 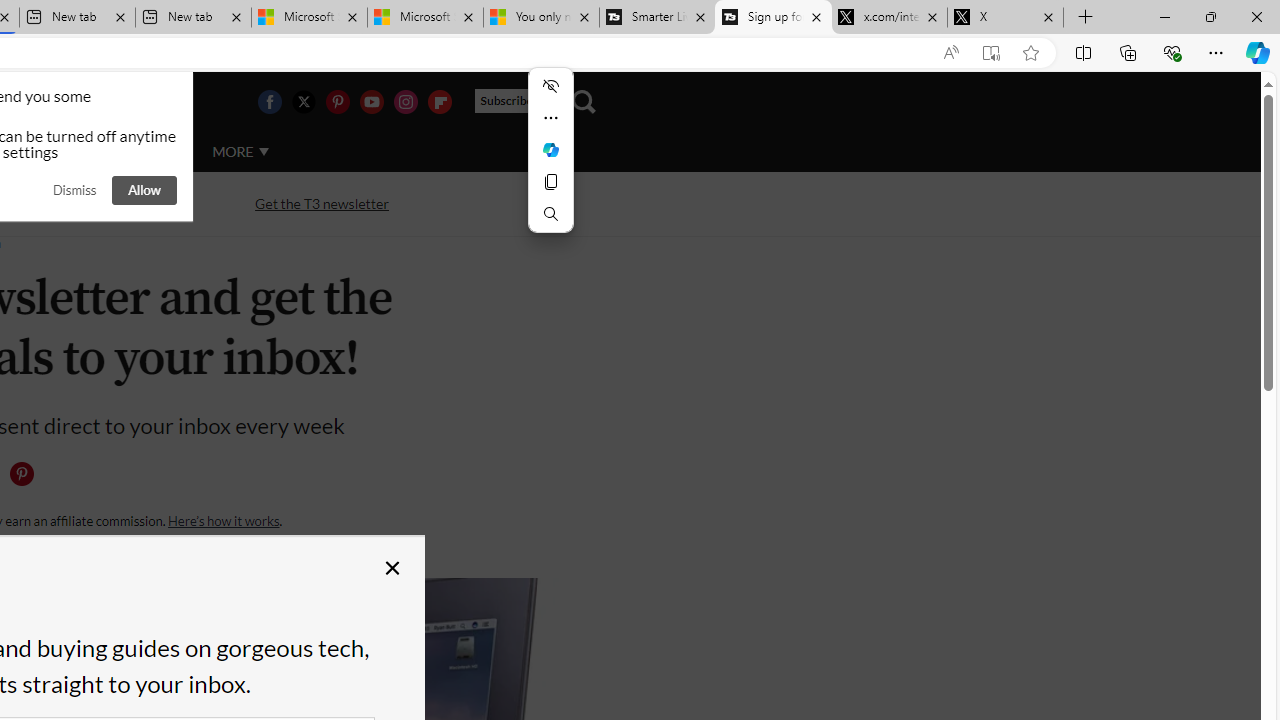 I want to click on 'Get the T3 newsletter', so click(x=322, y=203).